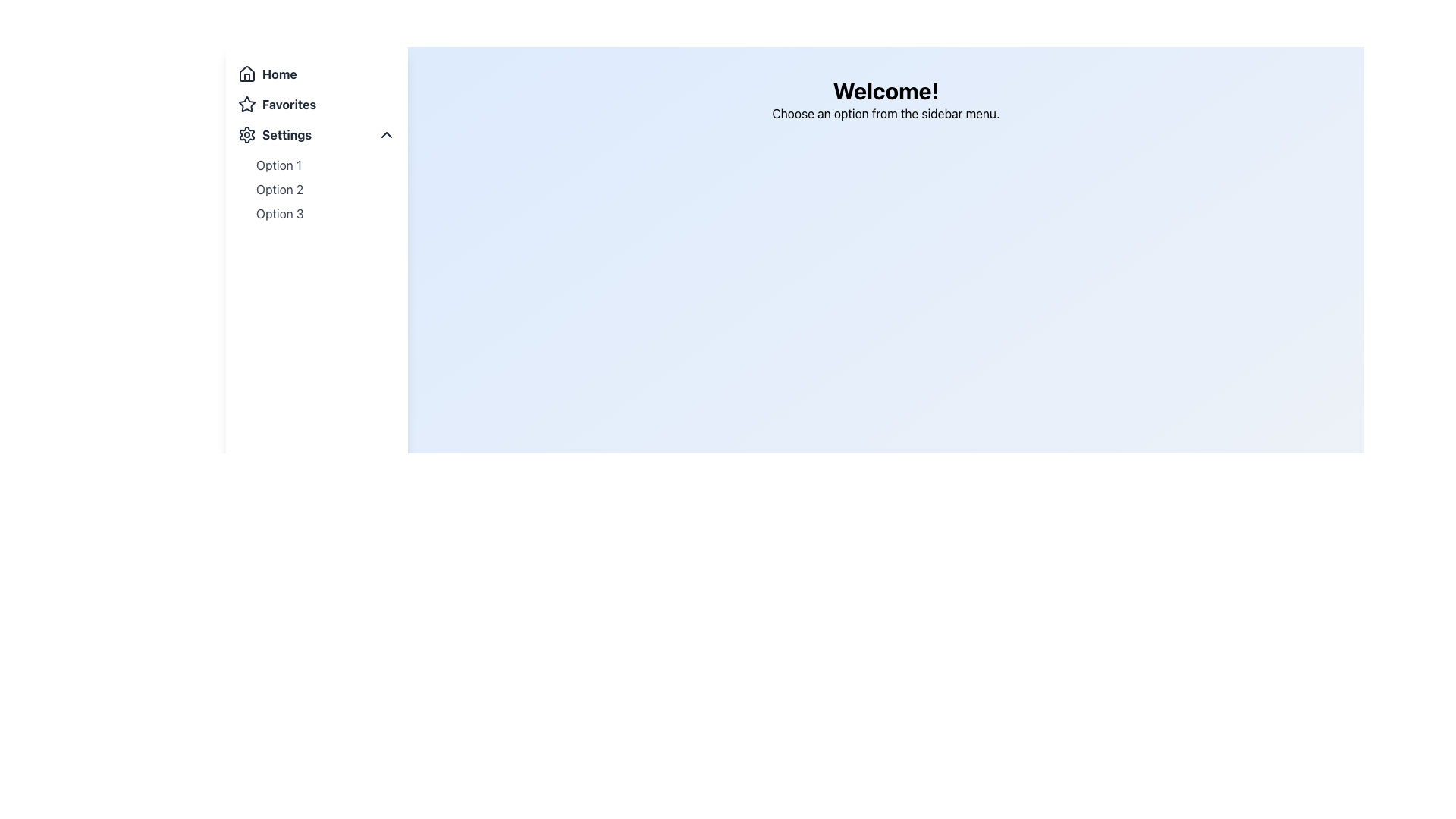 The width and height of the screenshot is (1456, 819). What do you see at coordinates (247, 74) in the screenshot?
I see `the home icon located at the top-left part of the navigation menu` at bounding box center [247, 74].